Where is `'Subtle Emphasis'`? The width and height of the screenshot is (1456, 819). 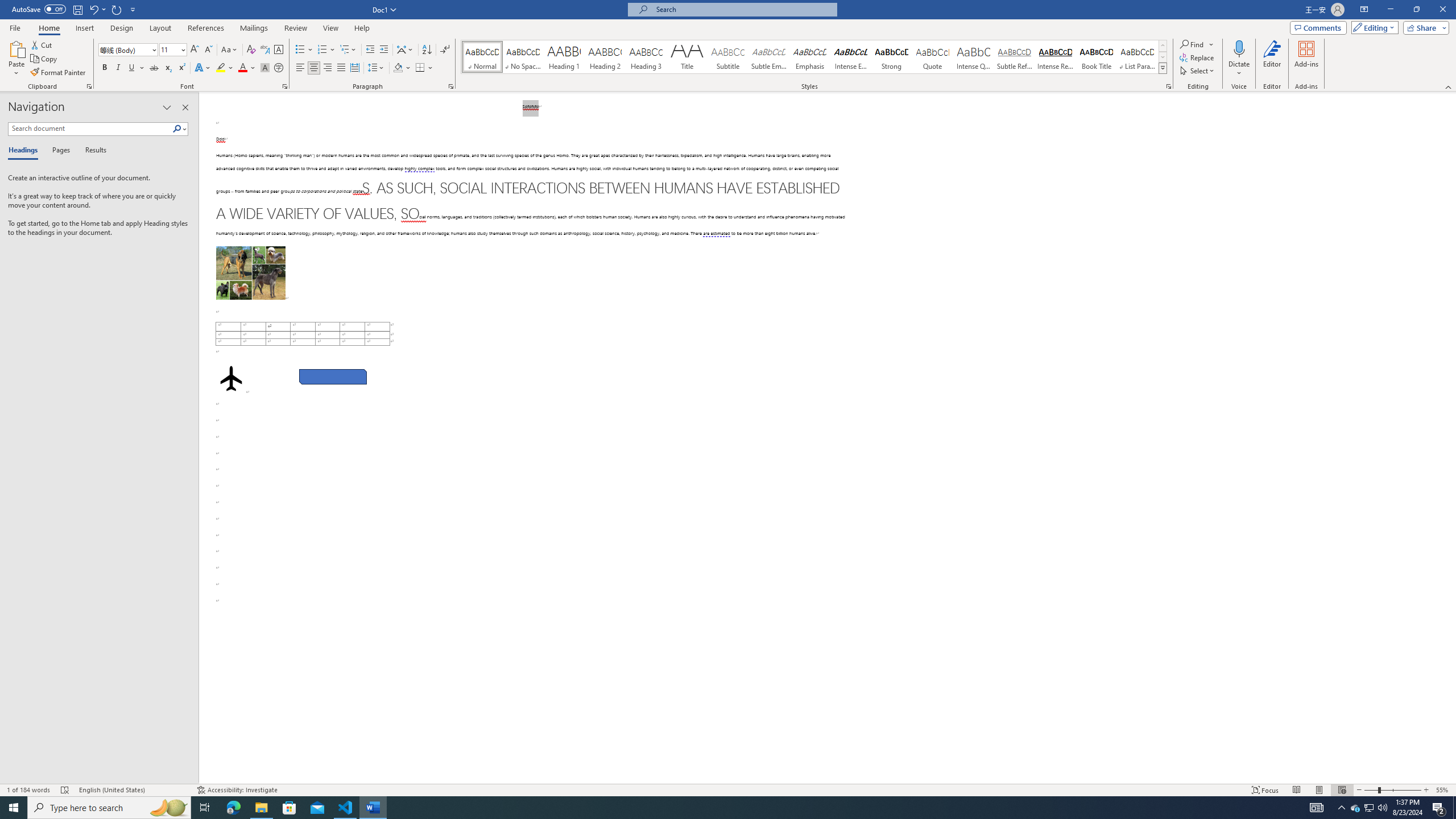
'Subtle Emphasis' is located at coordinates (768, 56).